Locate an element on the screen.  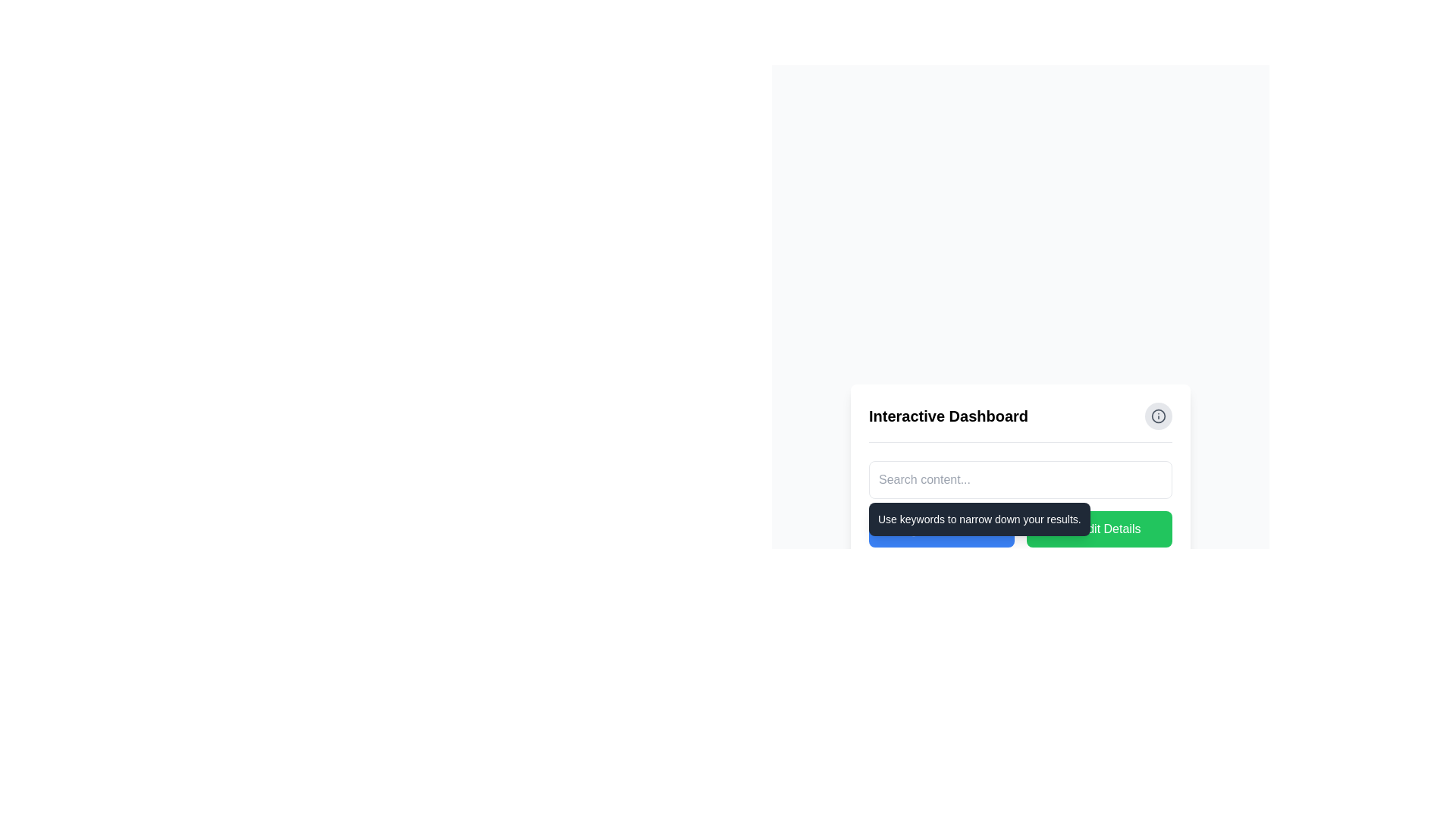
the 'Edit Details' text label, which indicates the action to edit certain details is located at coordinates (1110, 528).